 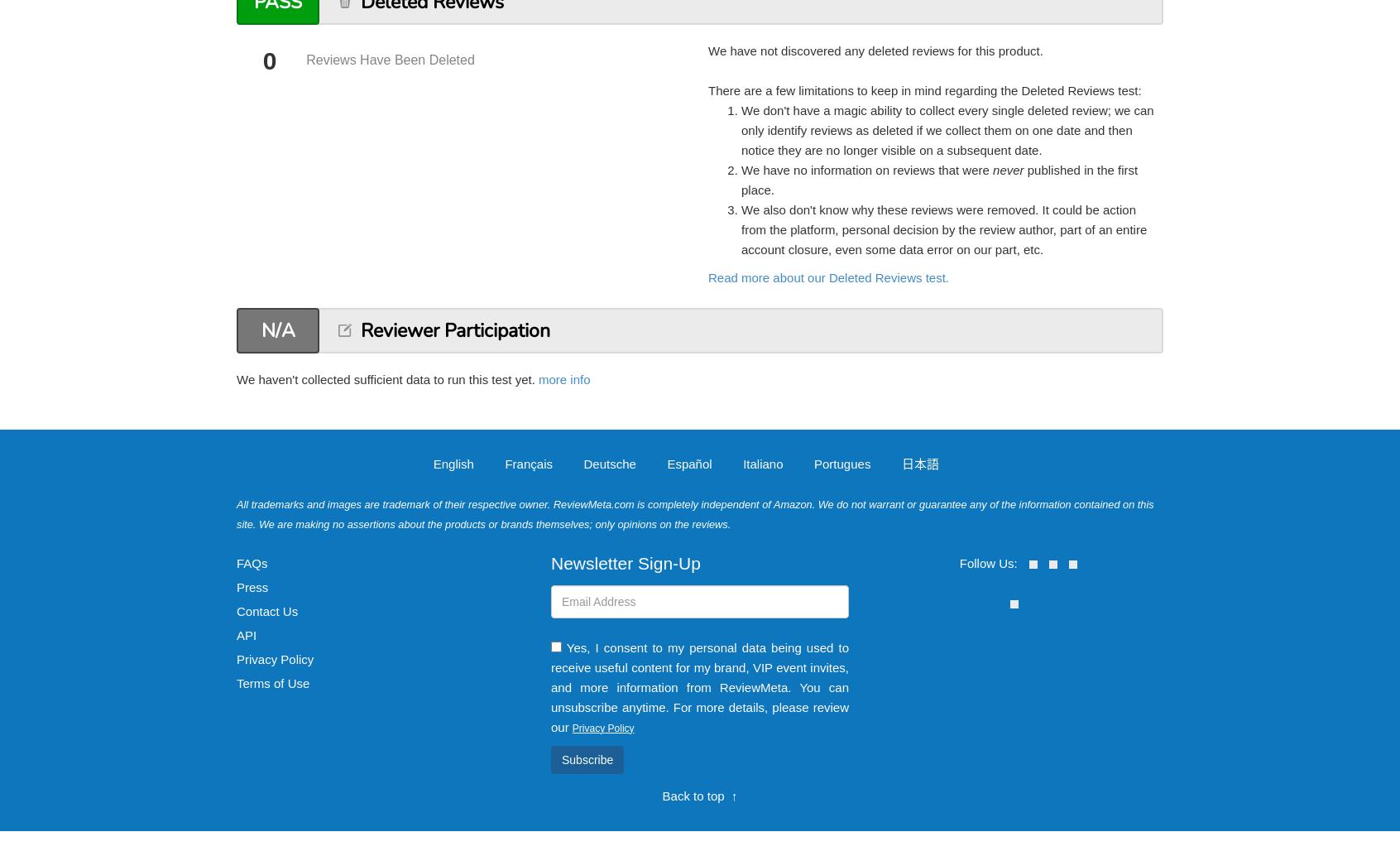 What do you see at coordinates (268, 60) in the screenshot?
I see `'0'` at bounding box center [268, 60].